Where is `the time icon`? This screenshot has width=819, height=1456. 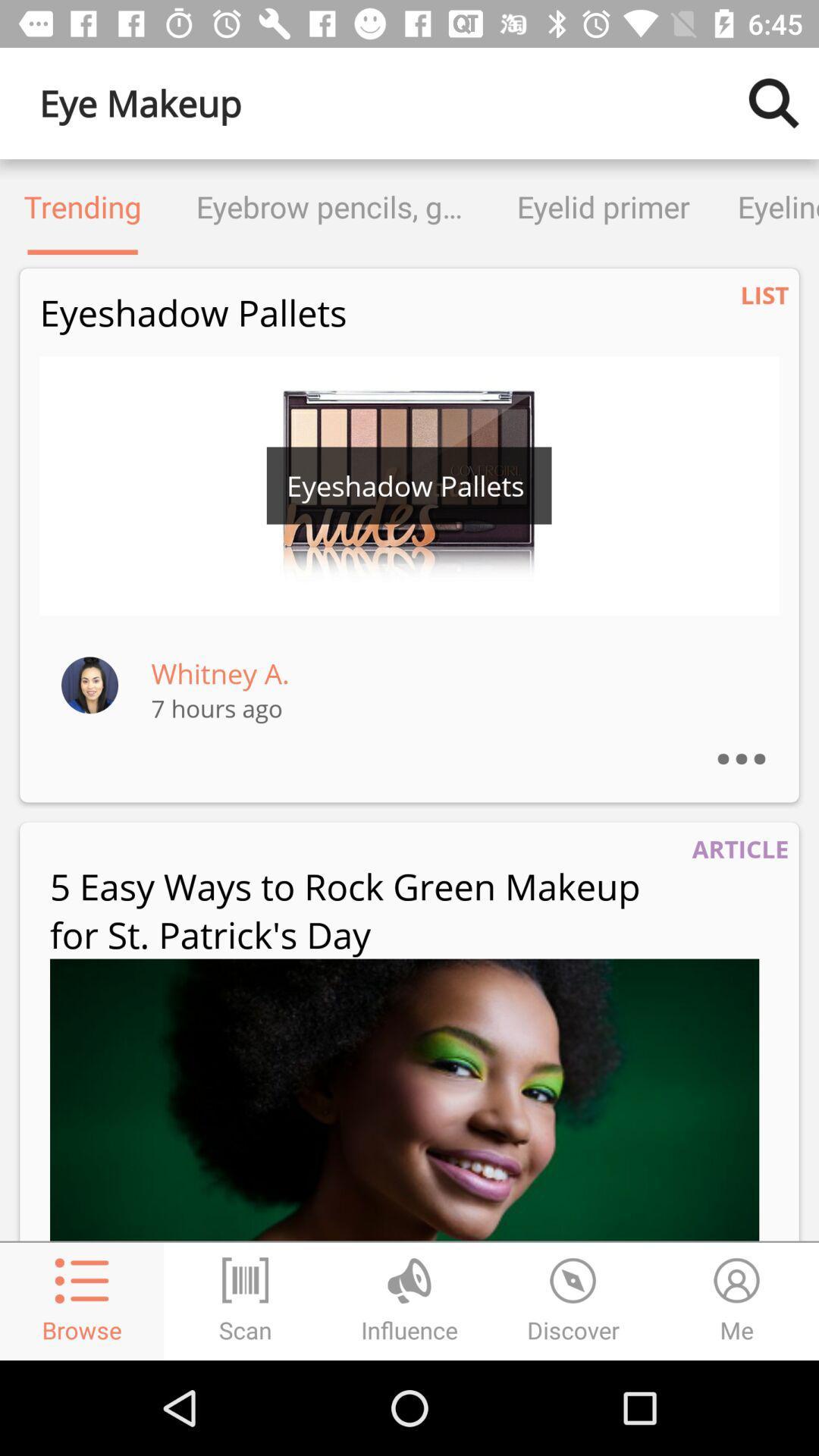
the time icon is located at coordinates (573, 1301).